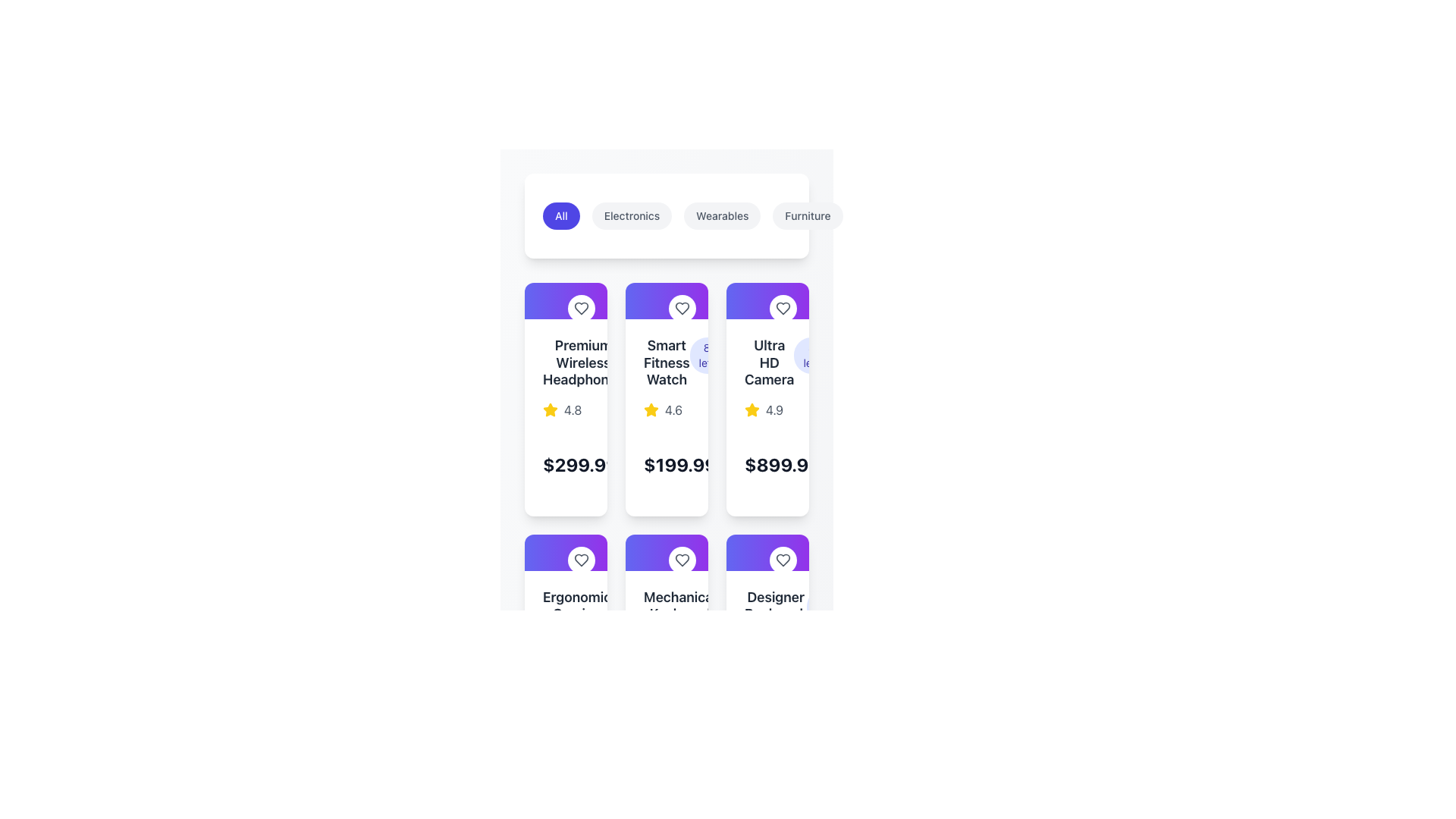  I want to click on rating information displayed by the yellow star icon and the number '4.9' in gray text, located within the 'Ultra HD Camera' product card, so click(767, 409).